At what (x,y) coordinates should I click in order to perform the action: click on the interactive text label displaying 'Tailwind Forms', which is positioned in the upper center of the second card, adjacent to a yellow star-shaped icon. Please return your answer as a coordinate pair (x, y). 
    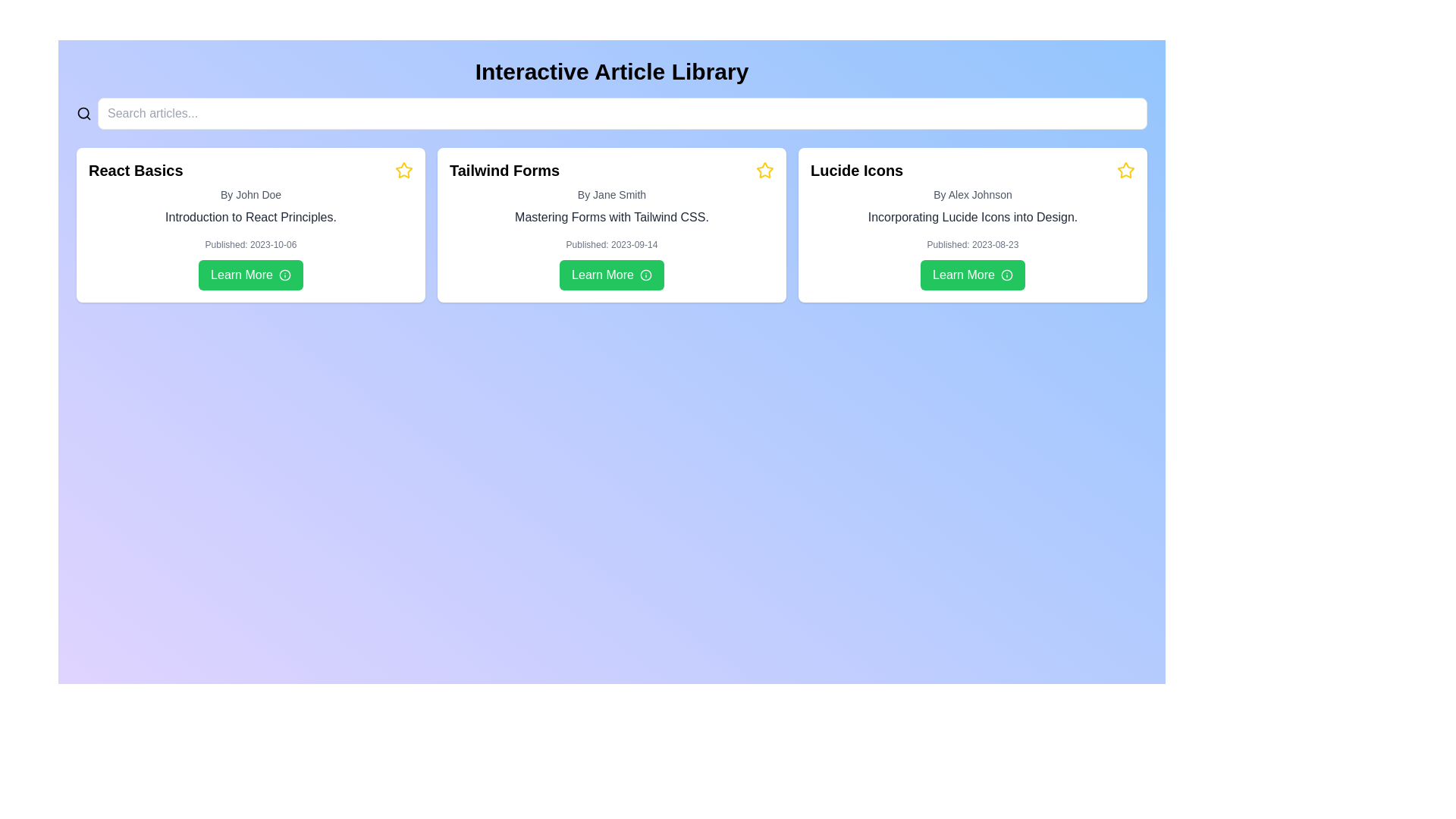
    Looking at the image, I should click on (504, 170).